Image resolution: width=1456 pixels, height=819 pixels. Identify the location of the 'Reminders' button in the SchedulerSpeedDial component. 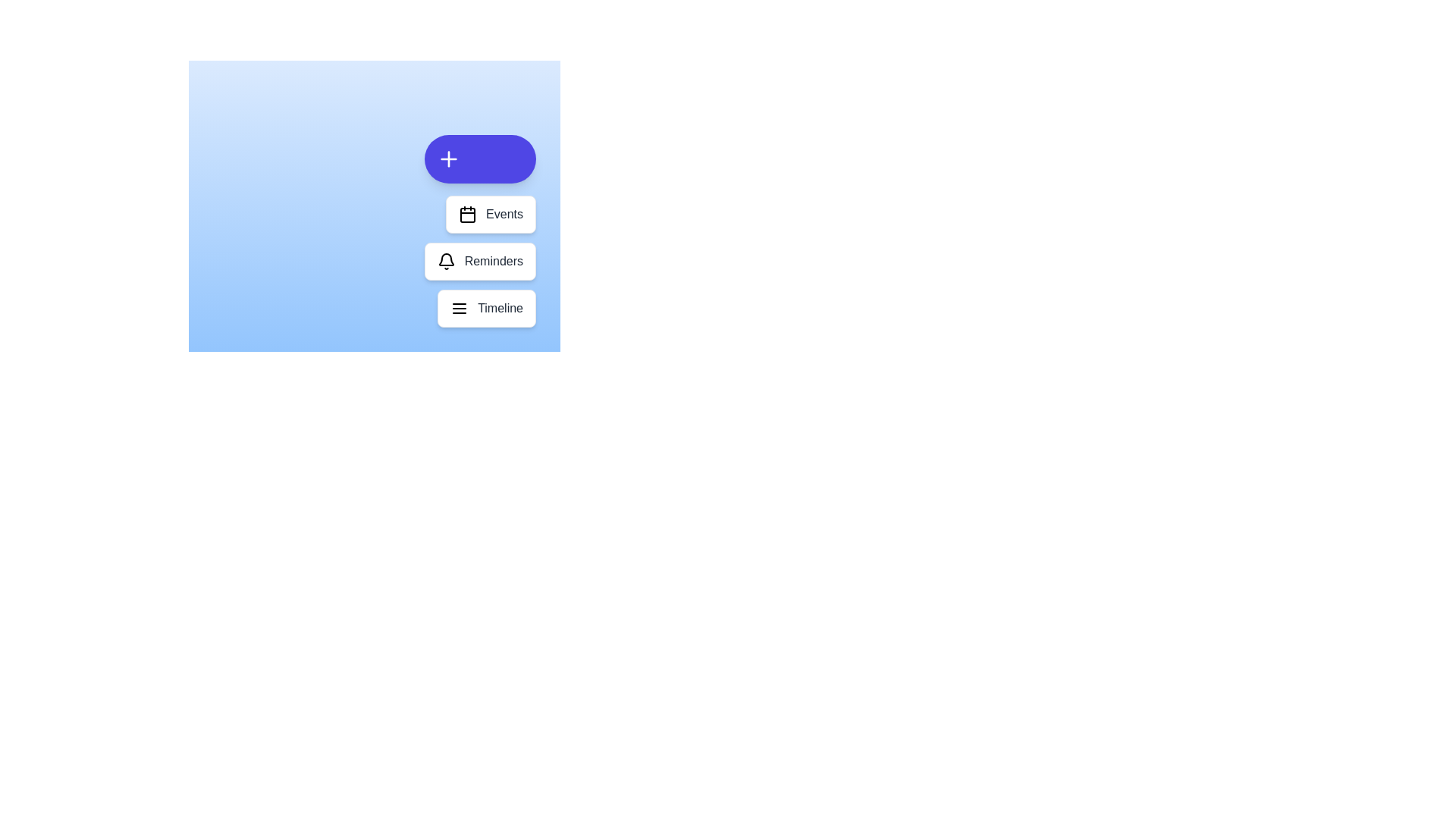
(479, 260).